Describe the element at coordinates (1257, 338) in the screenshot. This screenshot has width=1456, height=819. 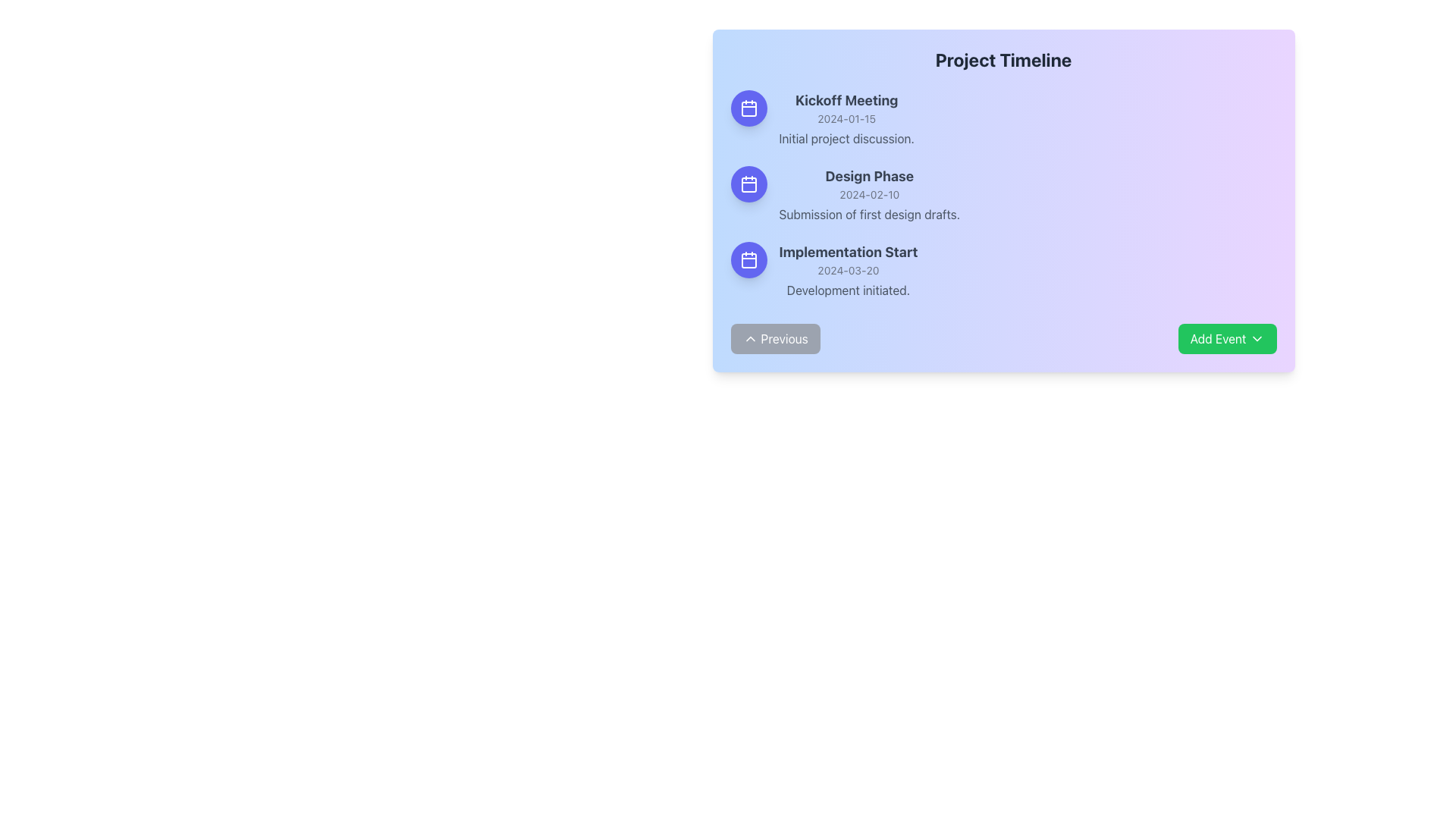
I see `the icon indicating additional options available in the 'Add Event' button group` at that location.